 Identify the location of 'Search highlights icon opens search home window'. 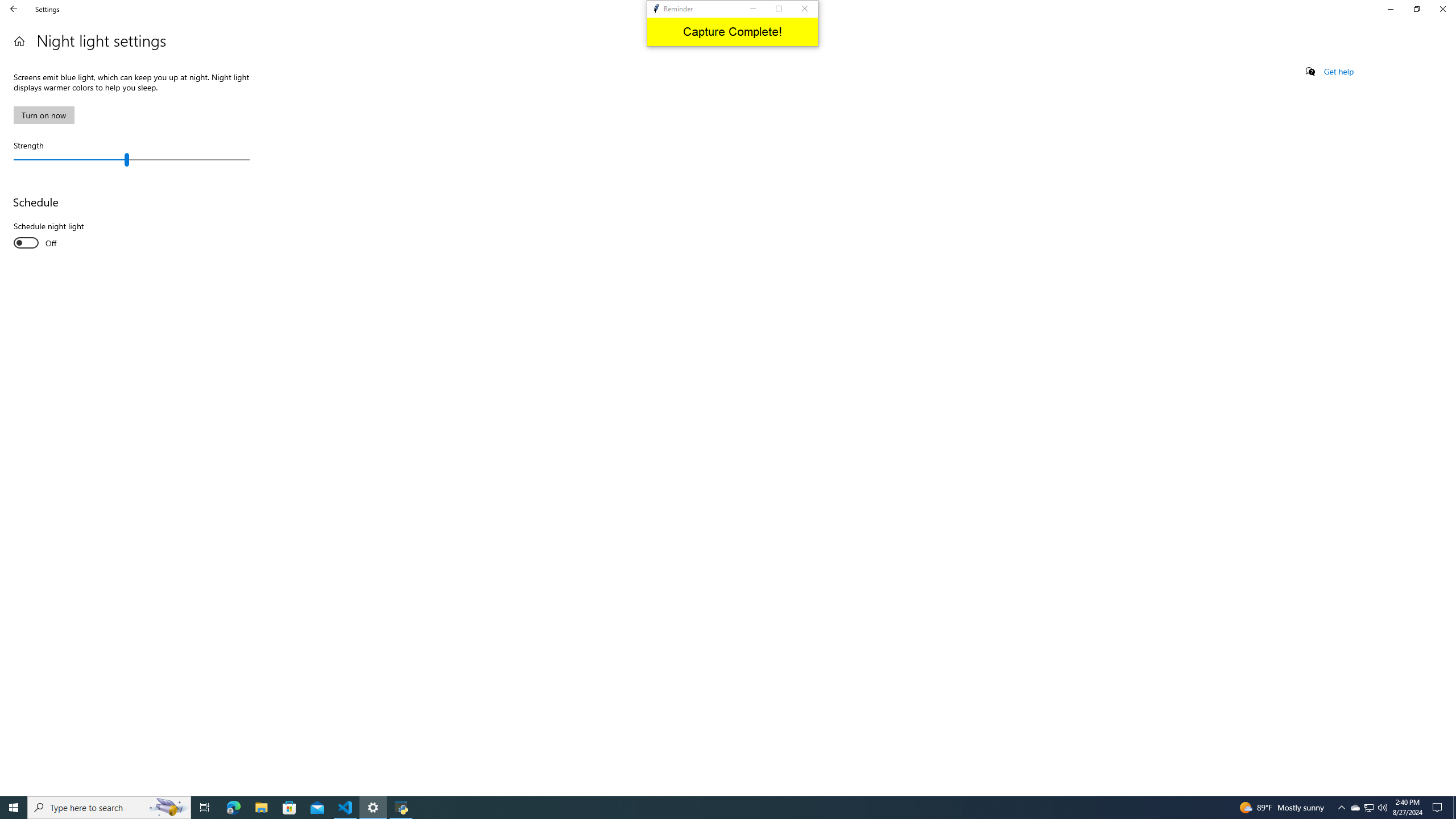
(167, 806).